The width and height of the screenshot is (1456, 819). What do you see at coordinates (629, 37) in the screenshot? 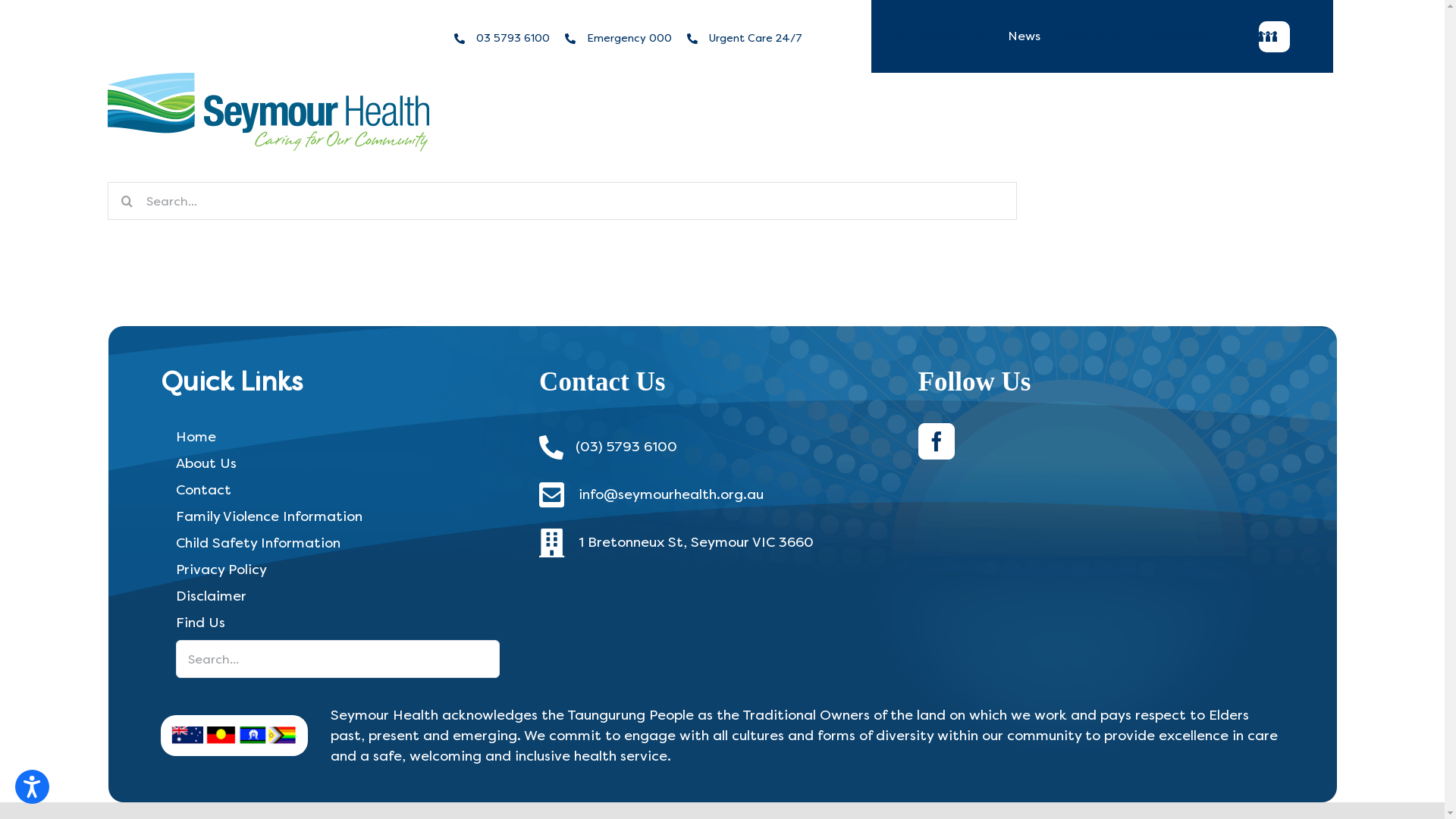
I see `'Emergency 000'` at bounding box center [629, 37].